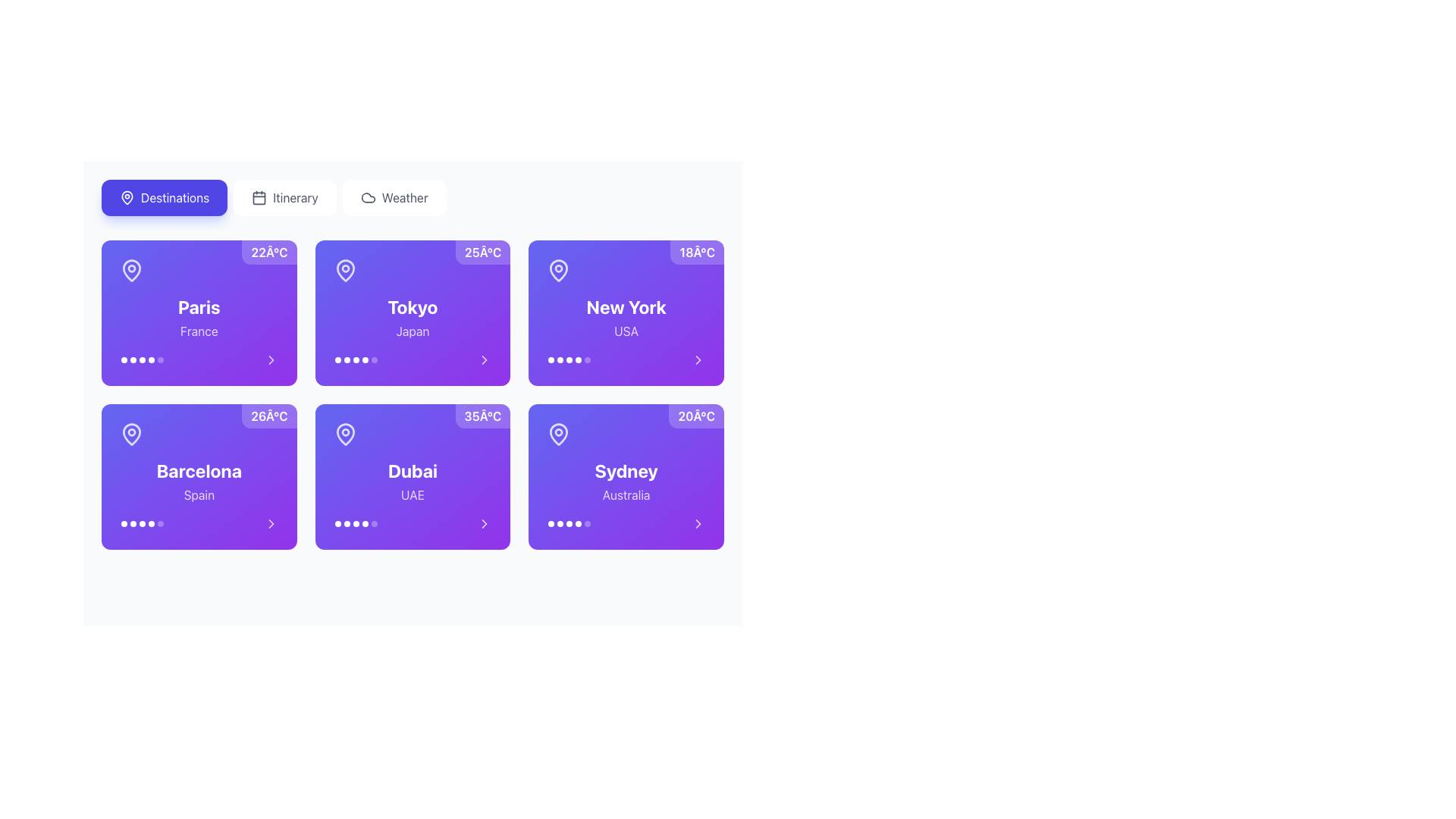 The height and width of the screenshot is (819, 1456). I want to click on the static text label displaying '25°C' located in the upper-right corner of the 'Tokyo' card in the grid layout, so click(482, 251).